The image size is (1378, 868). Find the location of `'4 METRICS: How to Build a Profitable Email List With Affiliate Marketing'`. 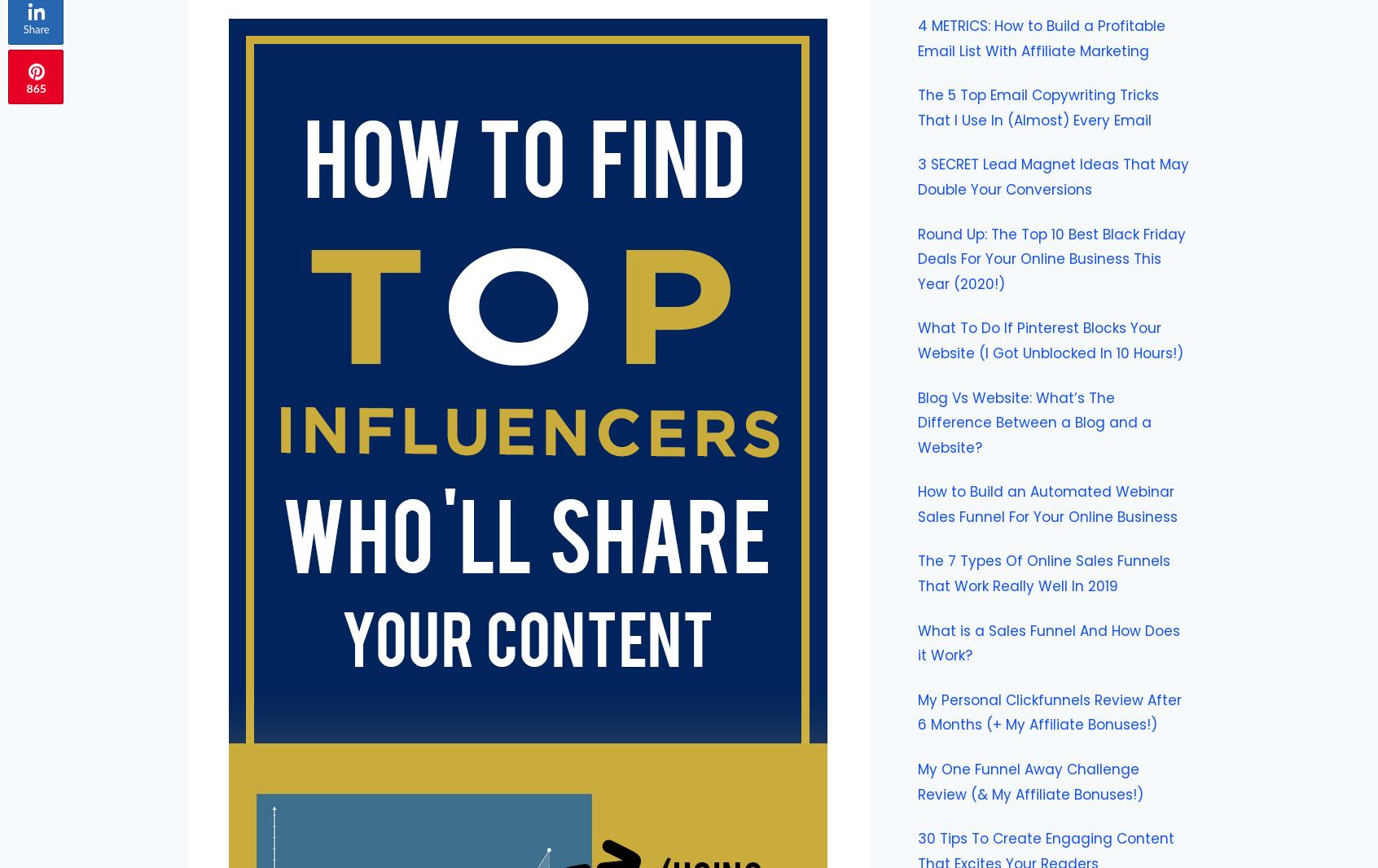

'4 METRICS: How to Build a Profitable Email List With Affiliate Marketing' is located at coordinates (1040, 37).